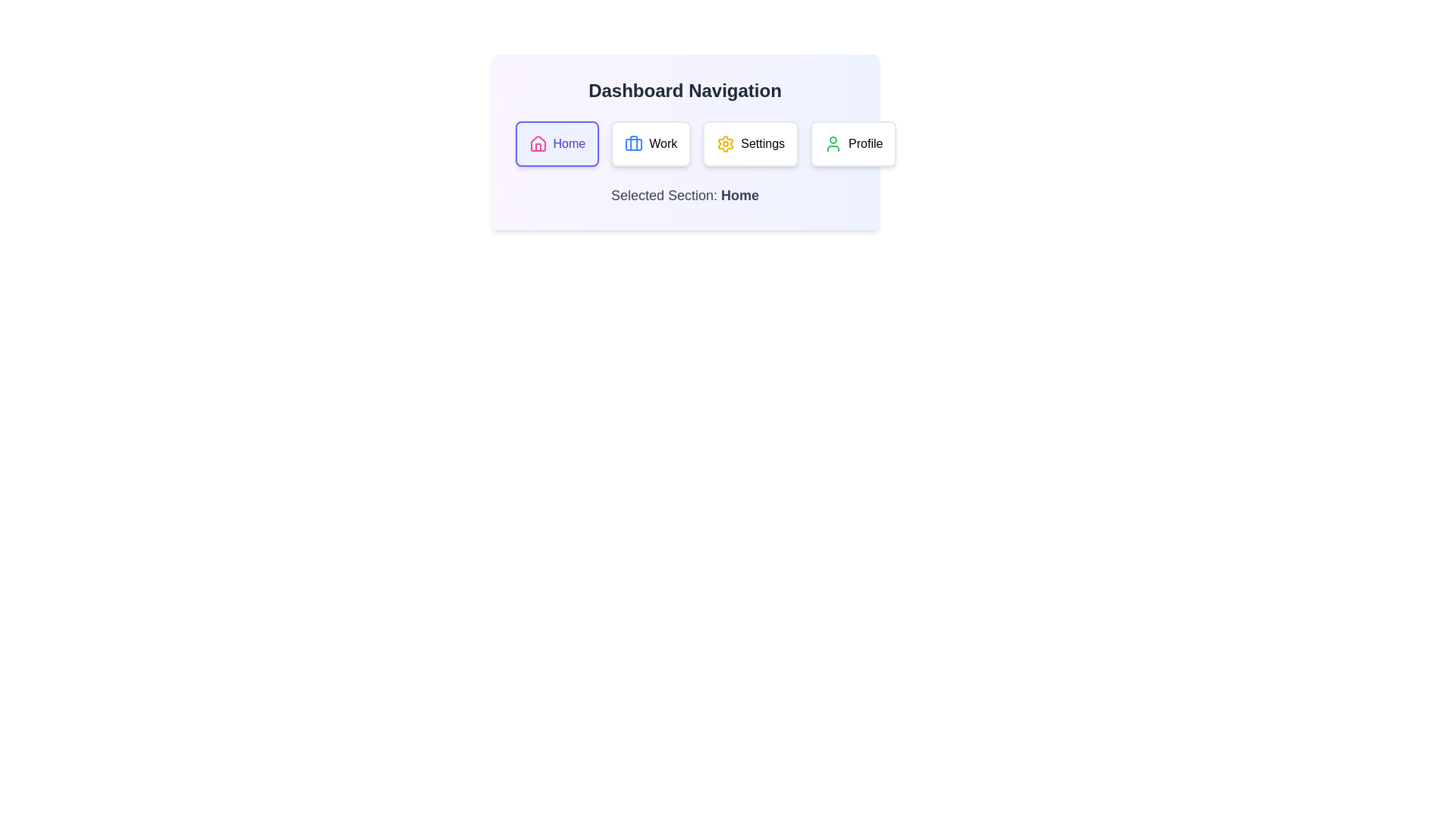 This screenshot has width=1456, height=819. Describe the element at coordinates (853, 143) in the screenshot. I see `the 'Profile' navigation button, which is the fourth item in the horizontal navigation bar located to the right of the 'Settings' button, to trigger any hover effects` at that location.